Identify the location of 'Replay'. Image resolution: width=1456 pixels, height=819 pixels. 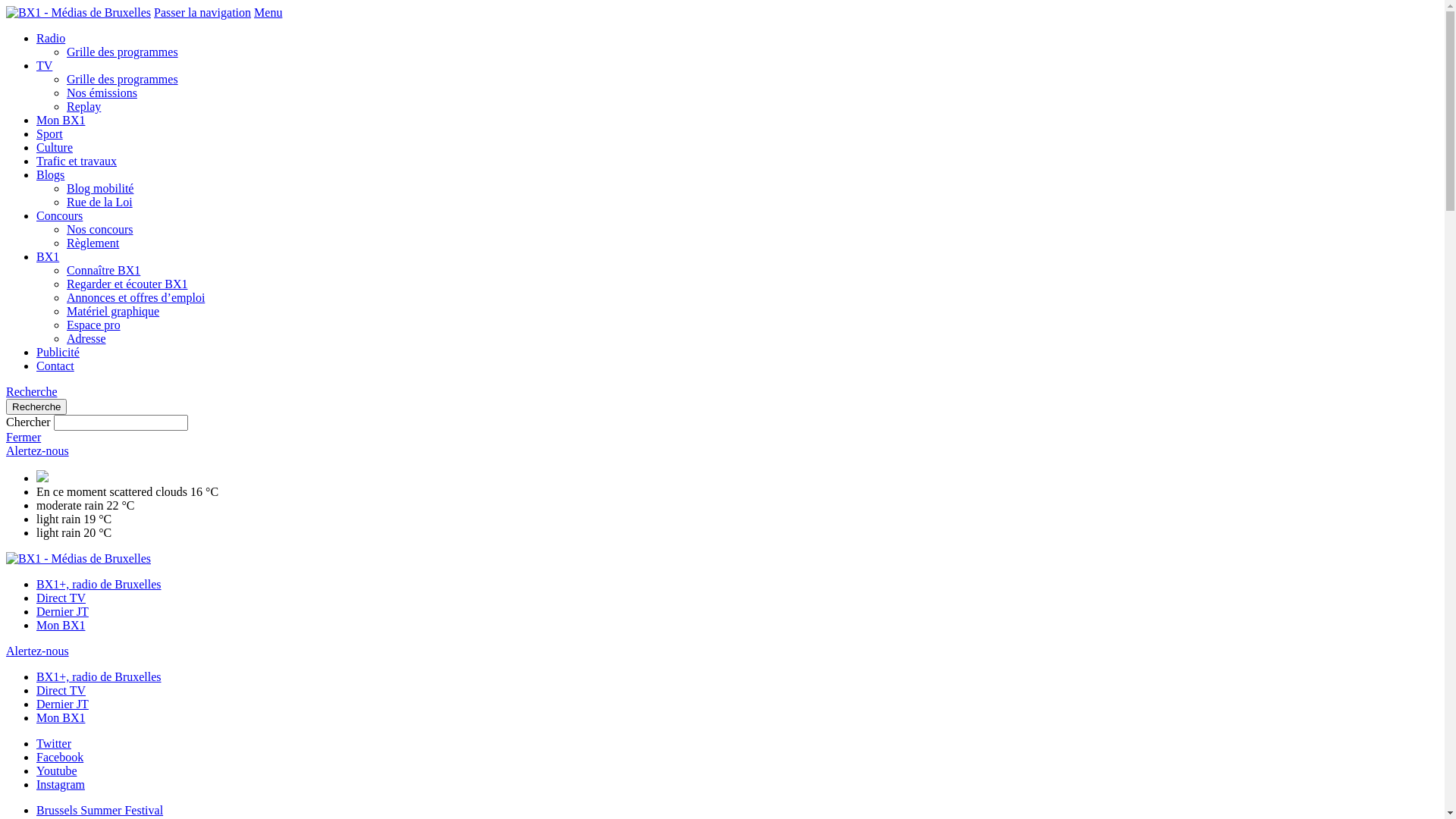
(83, 105).